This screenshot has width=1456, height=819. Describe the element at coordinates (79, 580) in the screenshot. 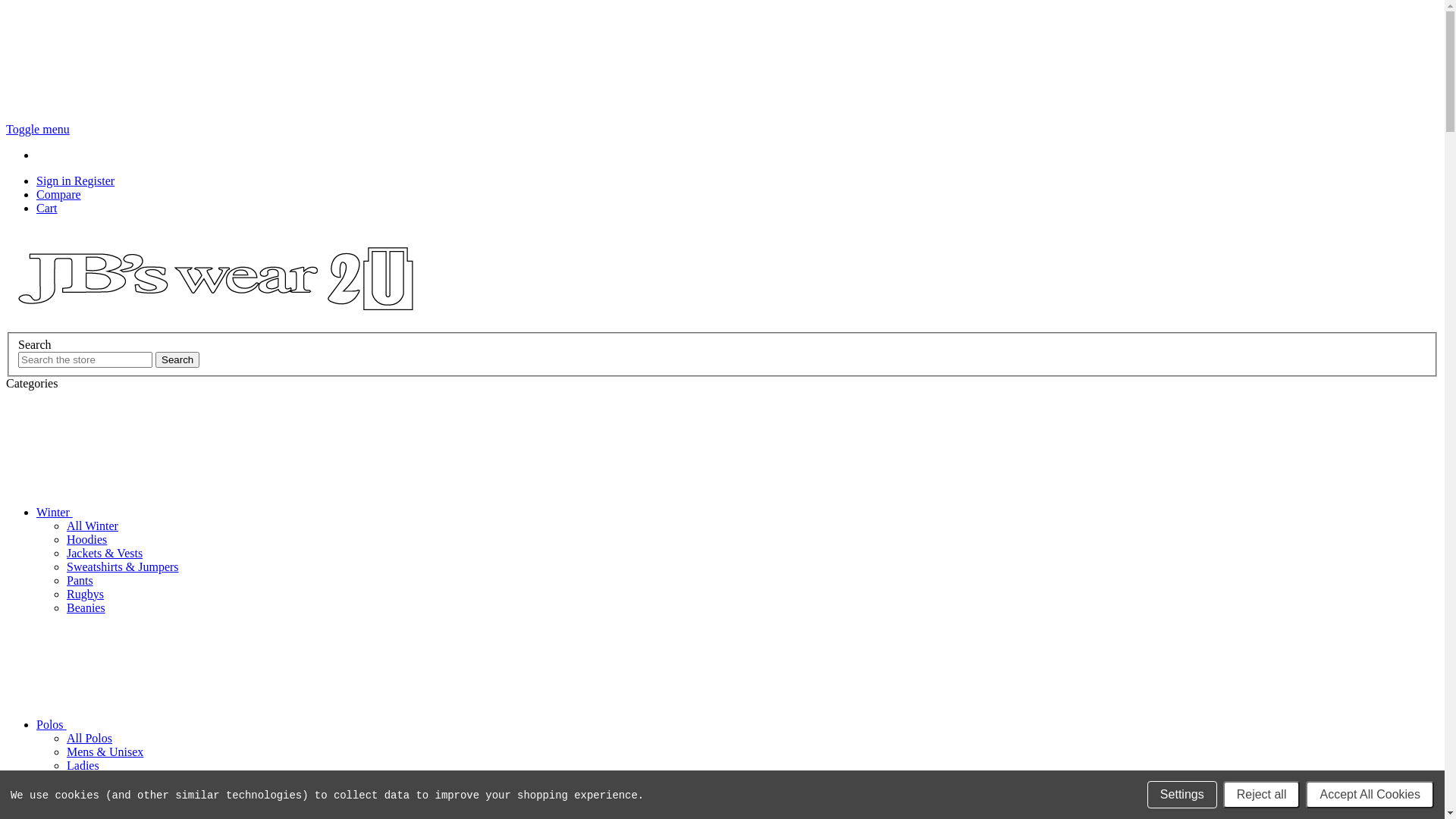

I see `'Pants'` at that location.